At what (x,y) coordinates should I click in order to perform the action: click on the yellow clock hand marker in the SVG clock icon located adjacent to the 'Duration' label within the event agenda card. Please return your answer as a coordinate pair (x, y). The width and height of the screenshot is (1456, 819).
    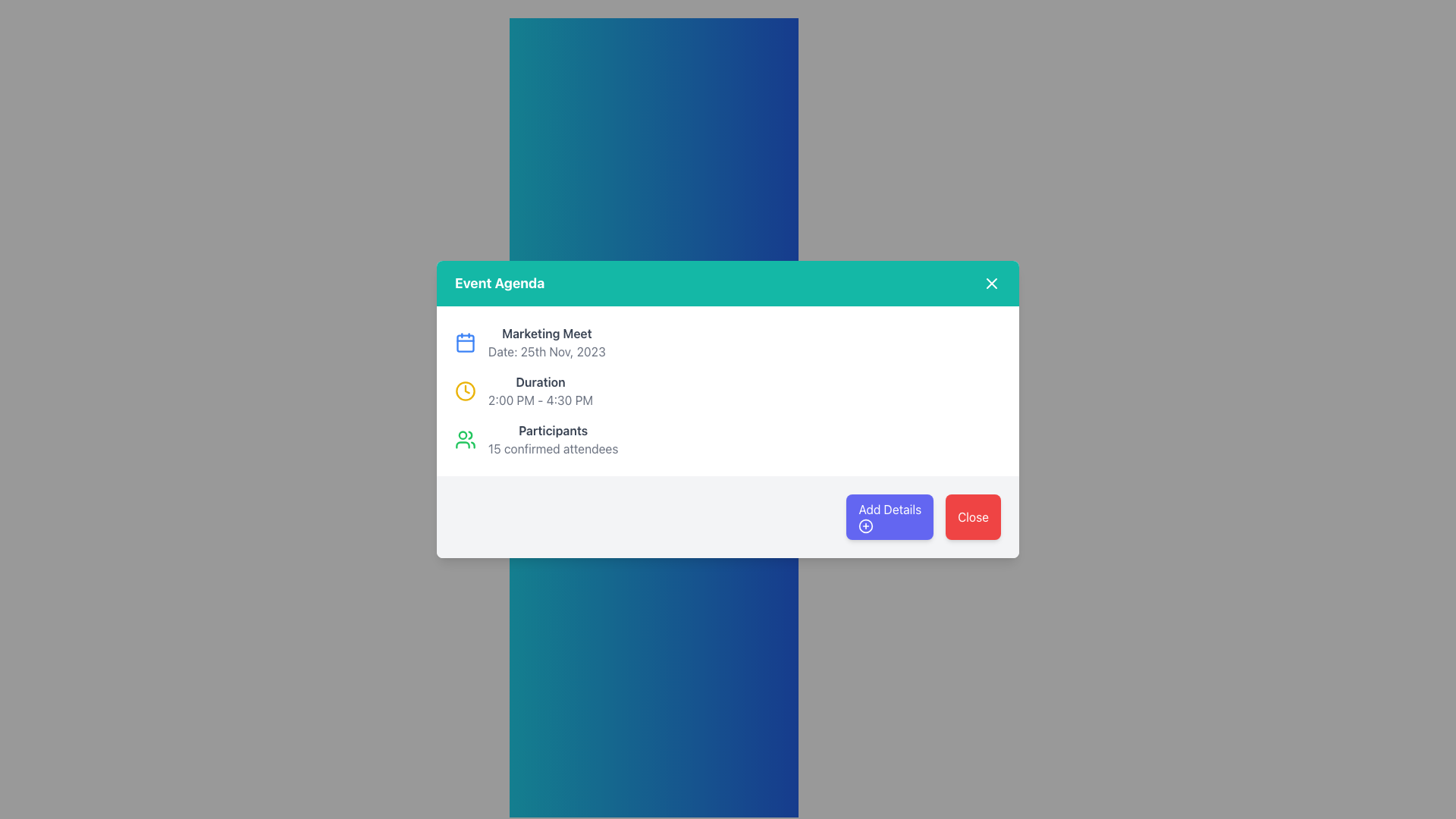
    Looking at the image, I should click on (466, 388).